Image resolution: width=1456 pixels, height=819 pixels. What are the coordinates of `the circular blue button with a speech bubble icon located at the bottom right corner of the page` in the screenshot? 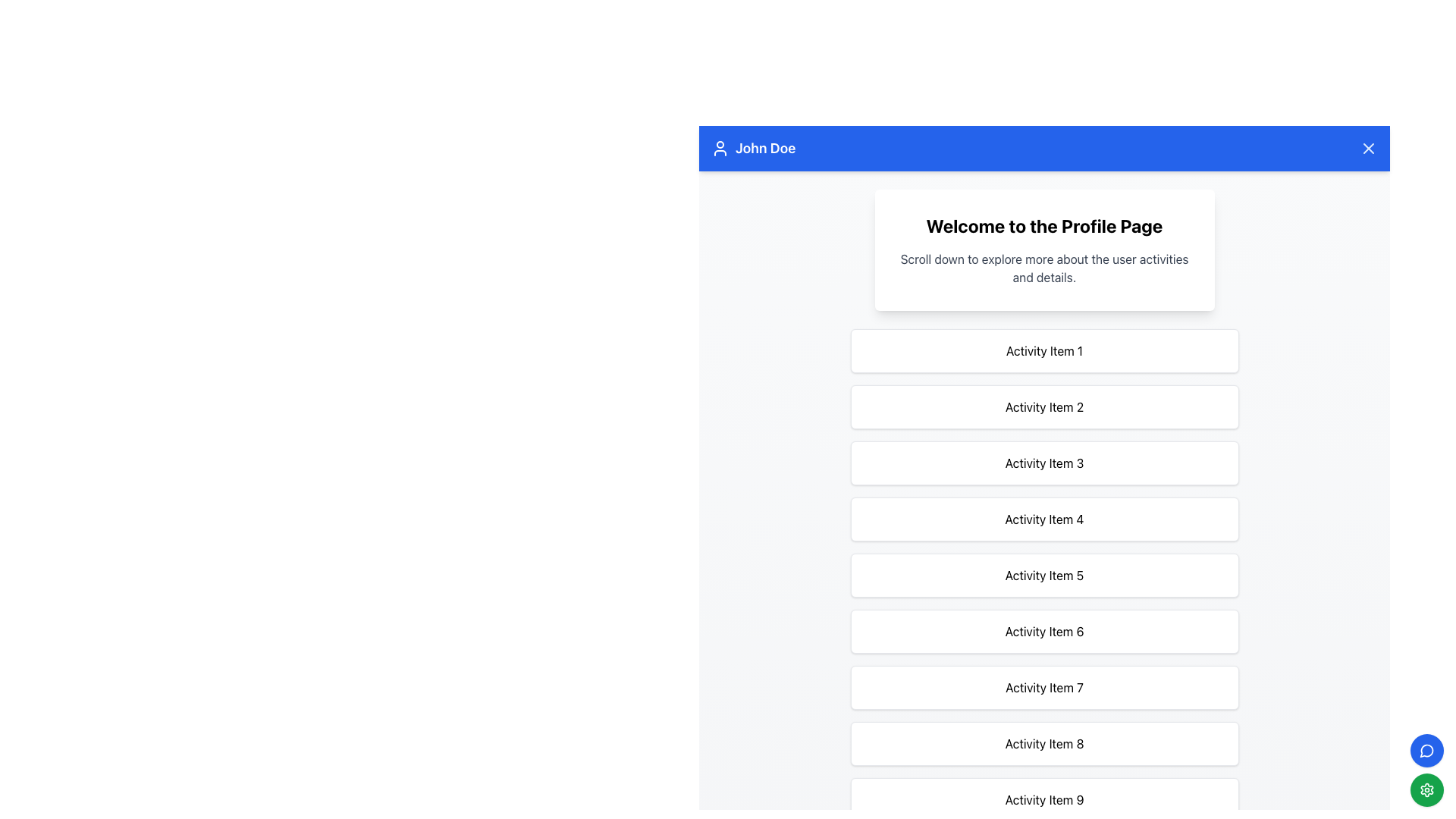 It's located at (1426, 751).